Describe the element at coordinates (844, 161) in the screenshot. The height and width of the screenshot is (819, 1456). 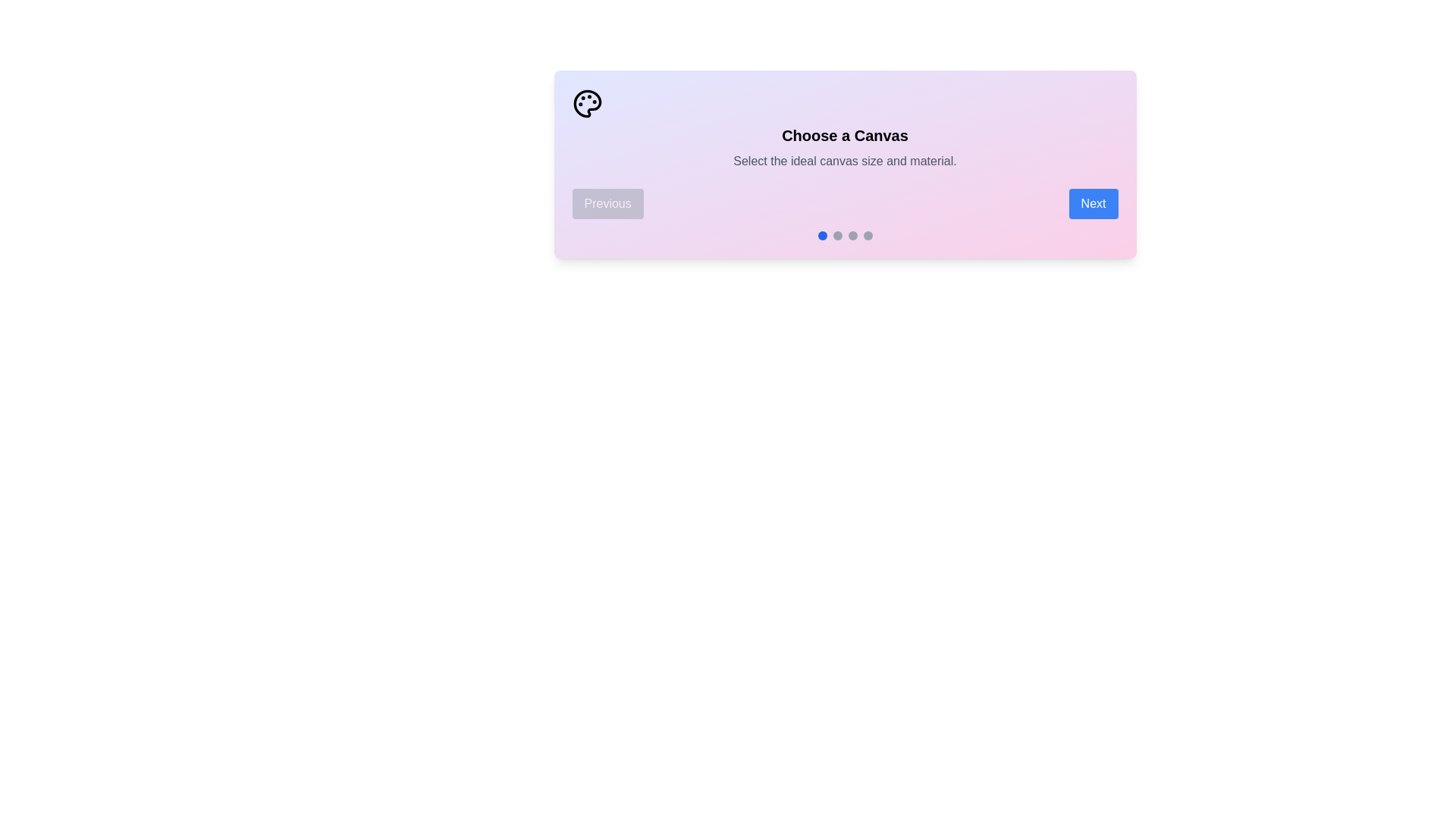
I see `the step description text to select it` at that location.